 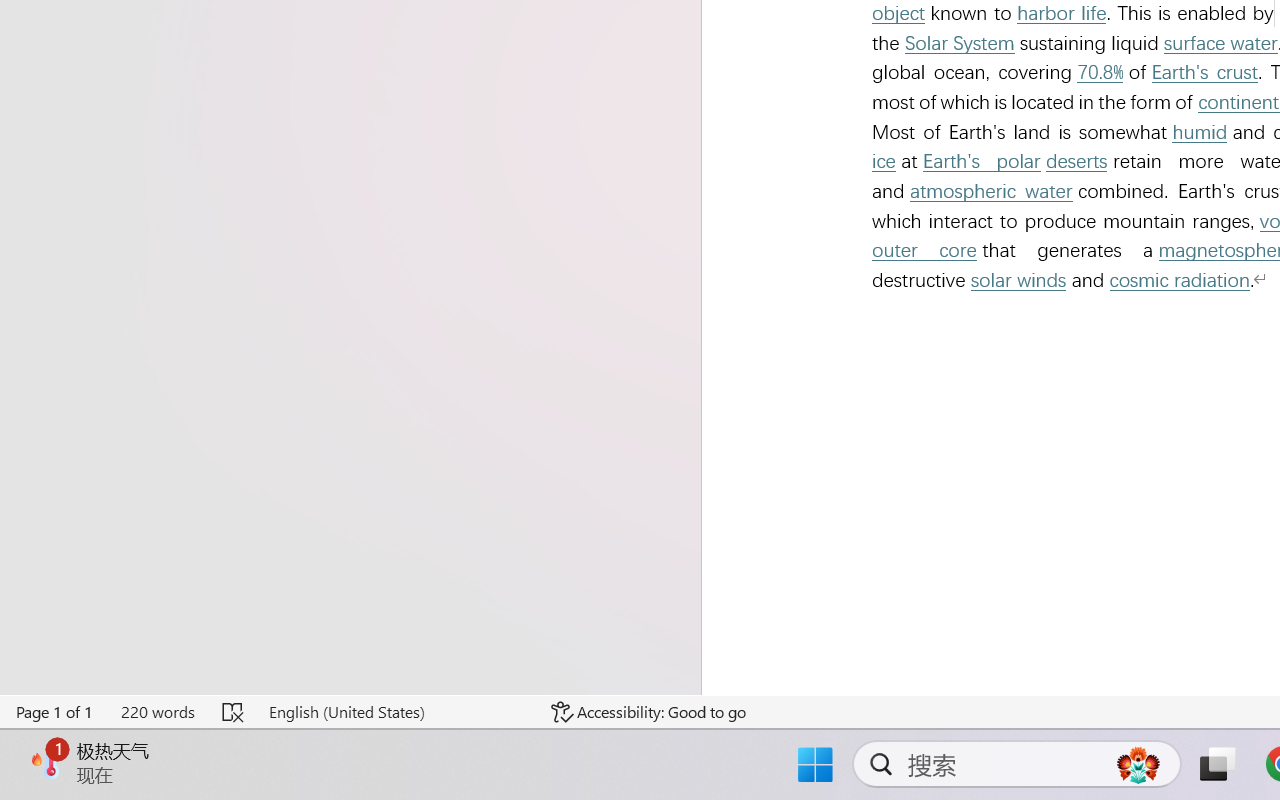 I want to click on 'Earth', so click(x=1204, y=72).